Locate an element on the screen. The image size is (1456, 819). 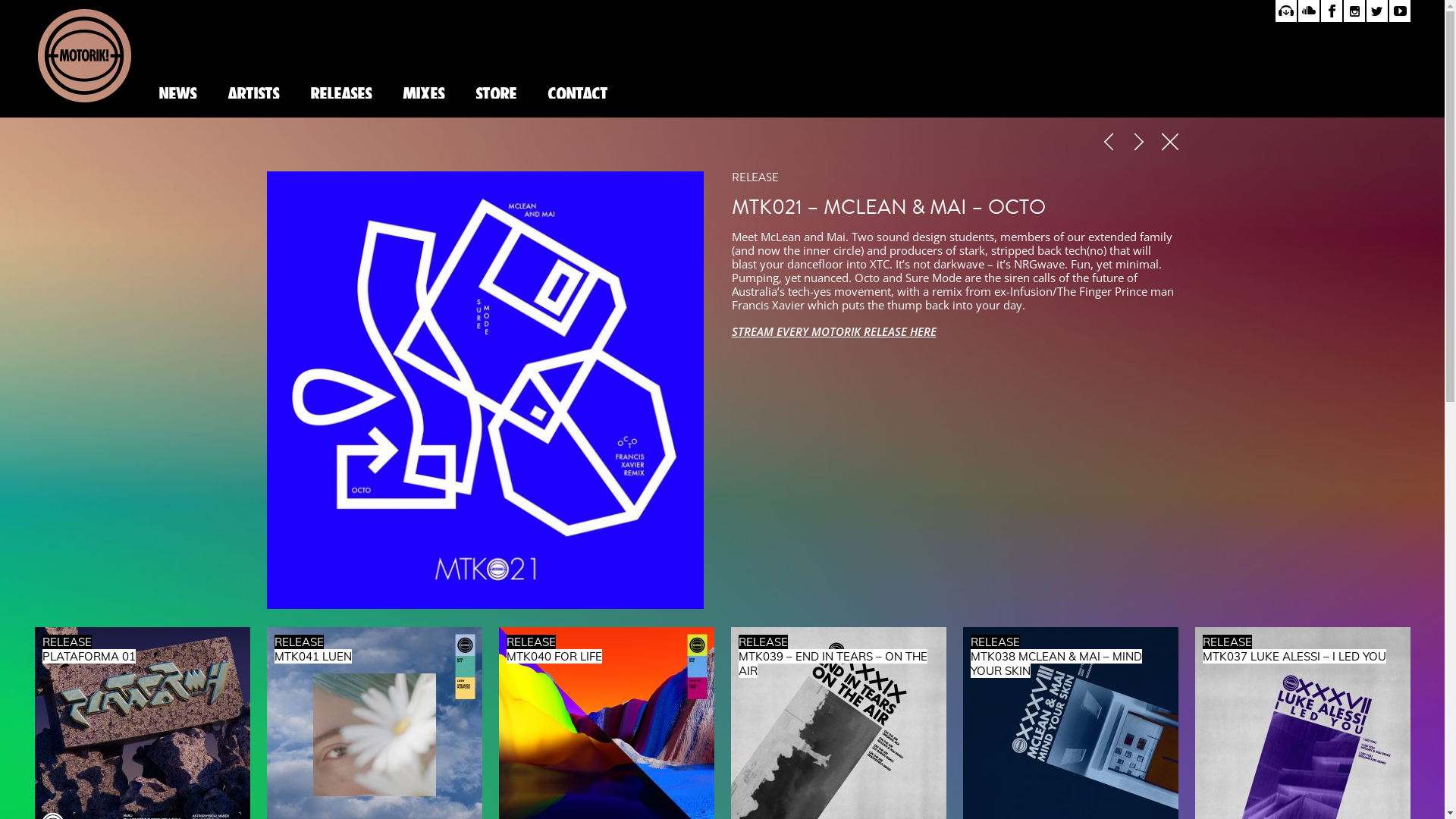
'ARTISTS' is located at coordinates (252, 91).